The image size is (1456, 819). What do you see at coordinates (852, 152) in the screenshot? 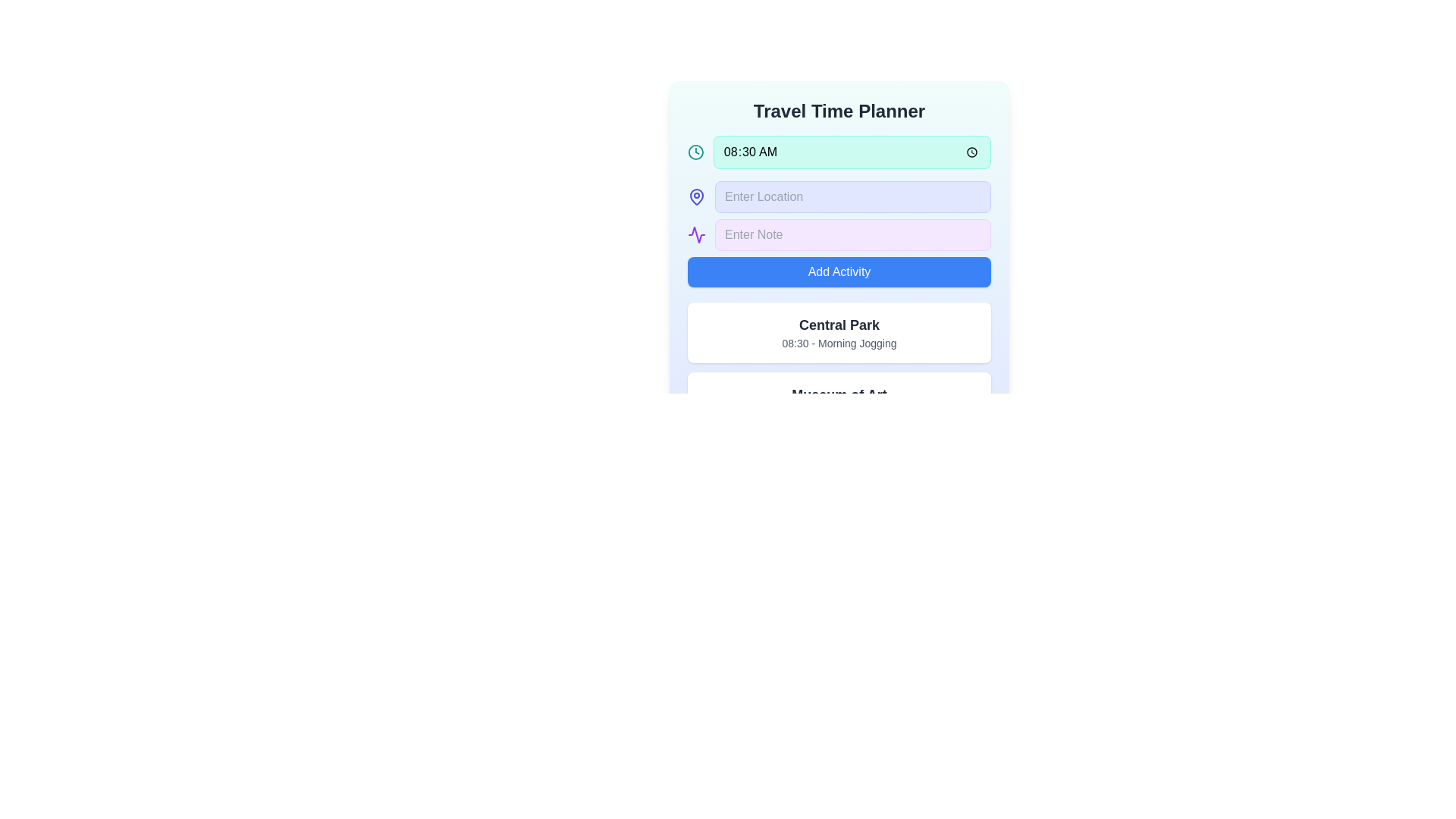
I see `the time` at bounding box center [852, 152].